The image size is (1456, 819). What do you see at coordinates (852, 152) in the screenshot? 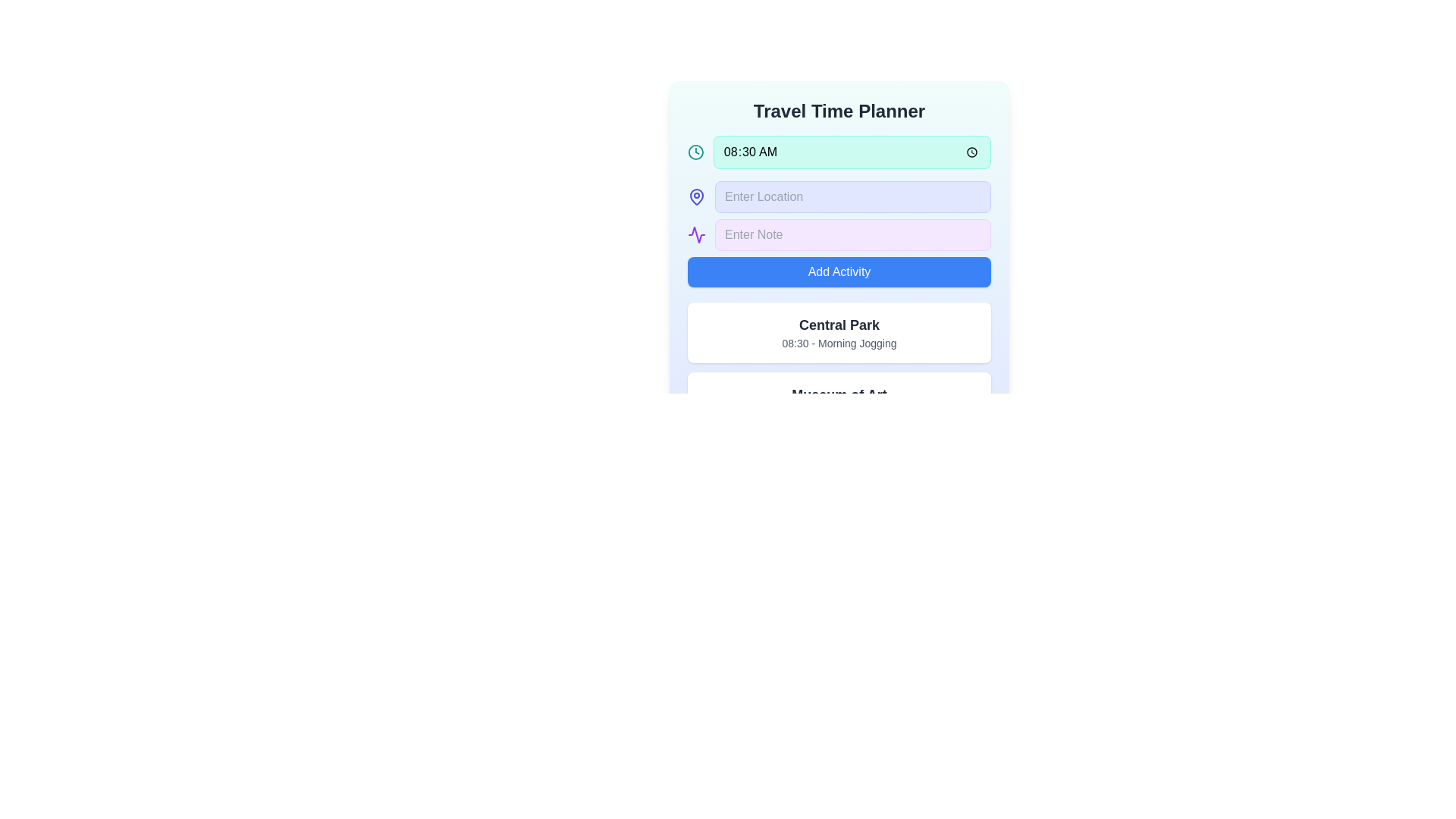
I see `the time` at bounding box center [852, 152].